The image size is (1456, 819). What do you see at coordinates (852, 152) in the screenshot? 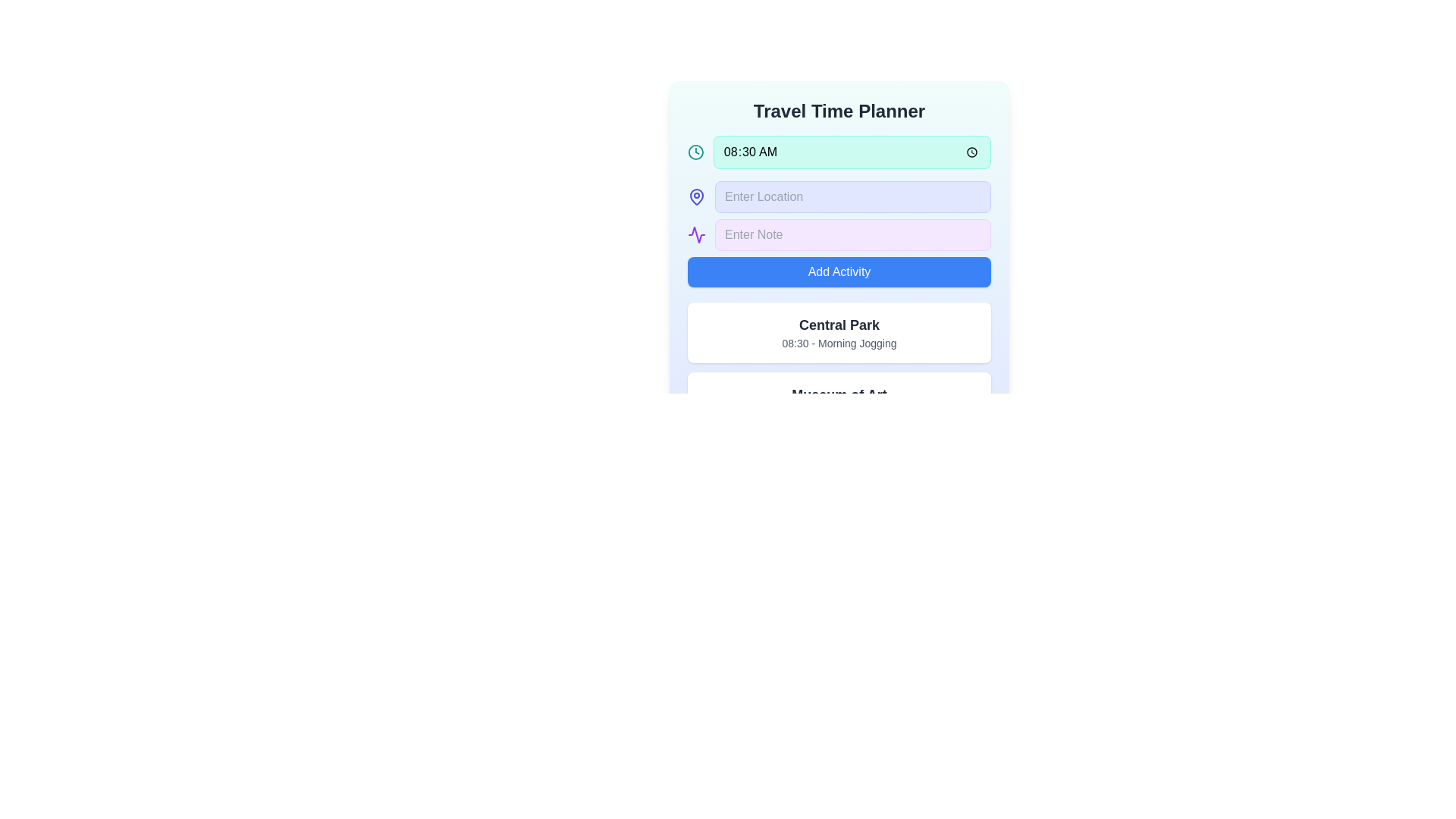
I see `the time` at bounding box center [852, 152].